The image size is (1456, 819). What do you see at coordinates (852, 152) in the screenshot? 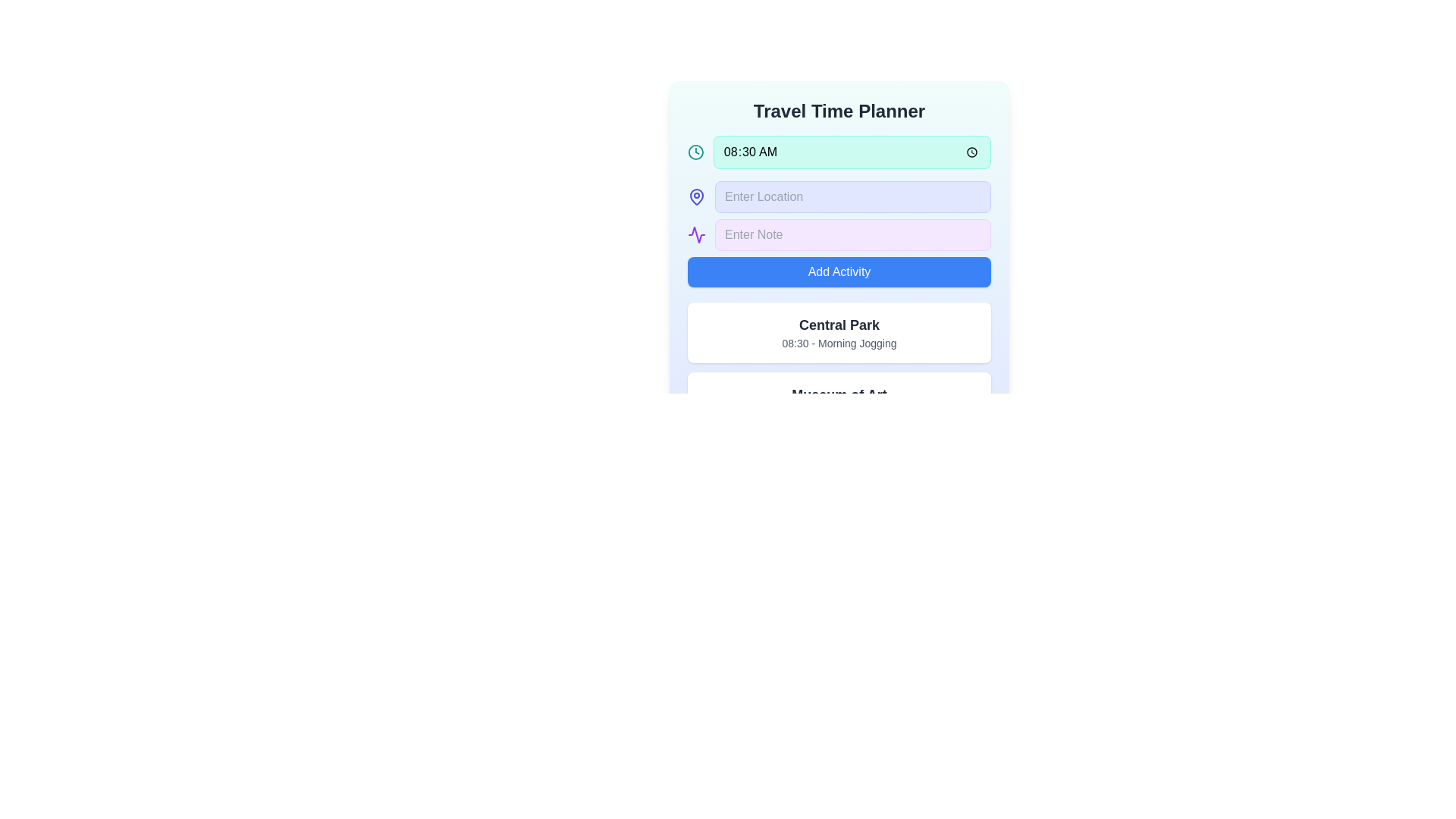
I see `the time` at bounding box center [852, 152].